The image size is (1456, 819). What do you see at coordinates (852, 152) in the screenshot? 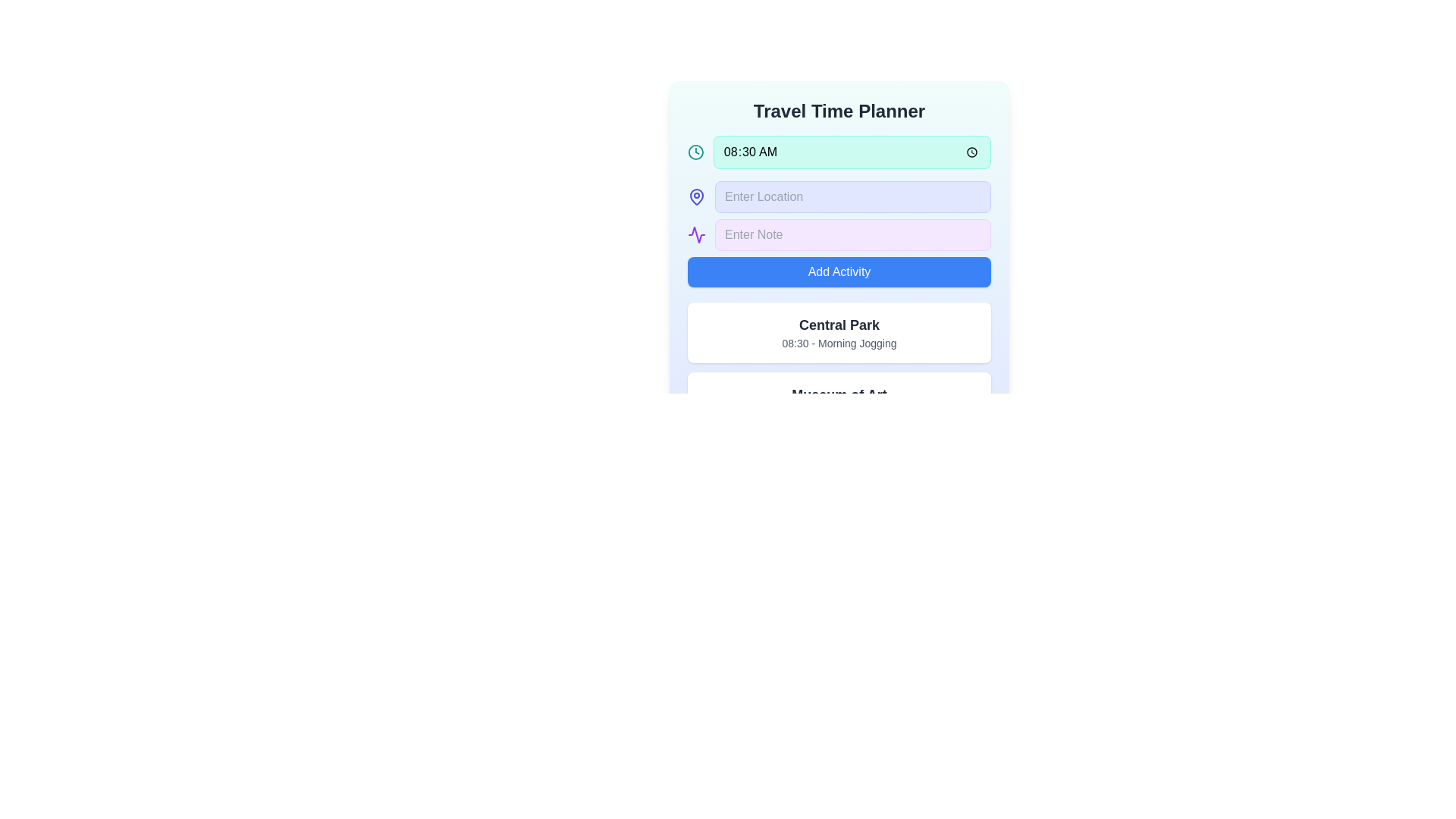
I see `the time` at bounding box center [852, 152].